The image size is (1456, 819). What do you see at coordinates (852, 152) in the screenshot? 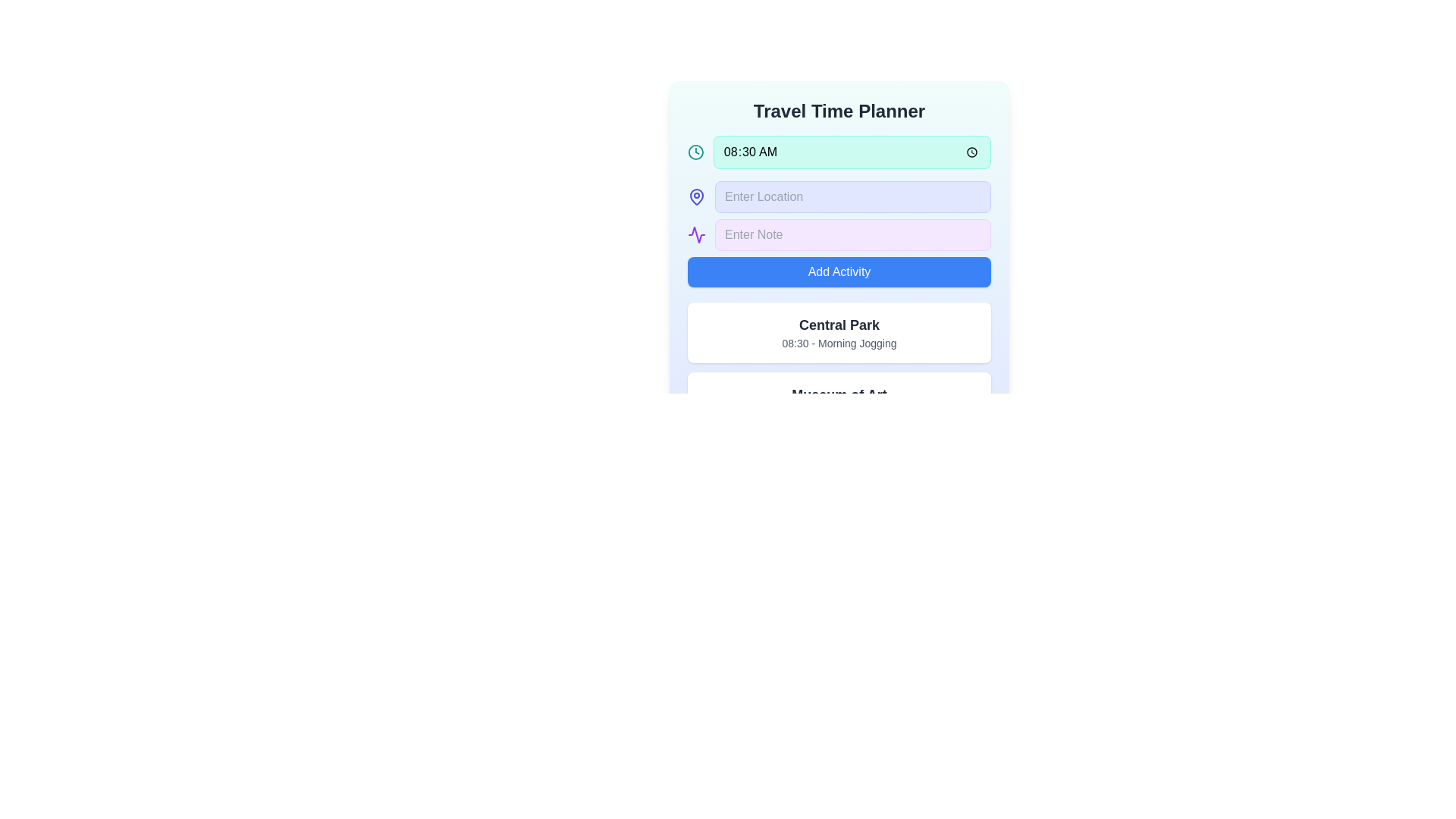
I see `the time` at bounding box center [852, 152].